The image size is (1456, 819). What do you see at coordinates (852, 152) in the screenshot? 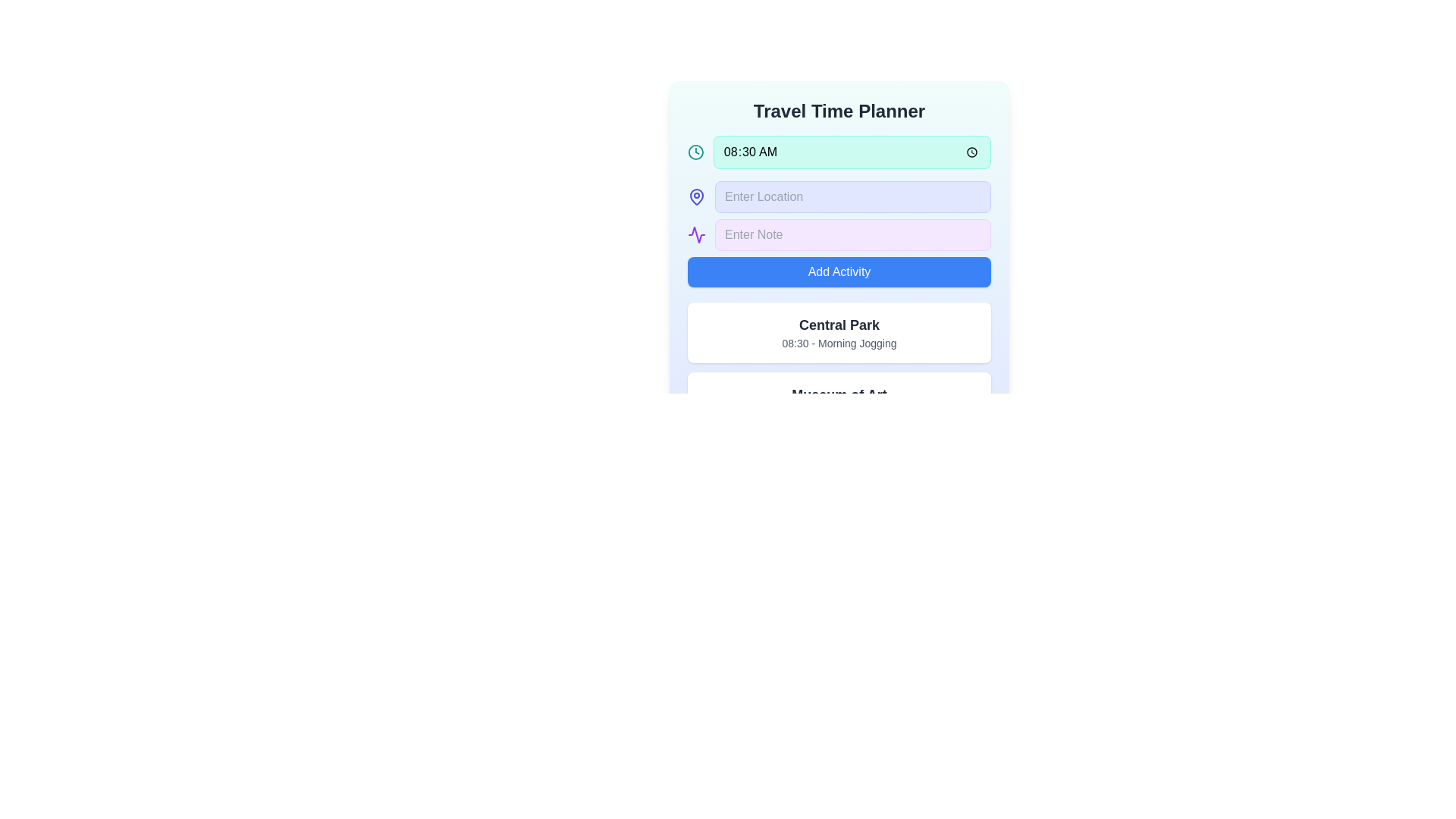
I see `the time` at bounding box center [852, 152].